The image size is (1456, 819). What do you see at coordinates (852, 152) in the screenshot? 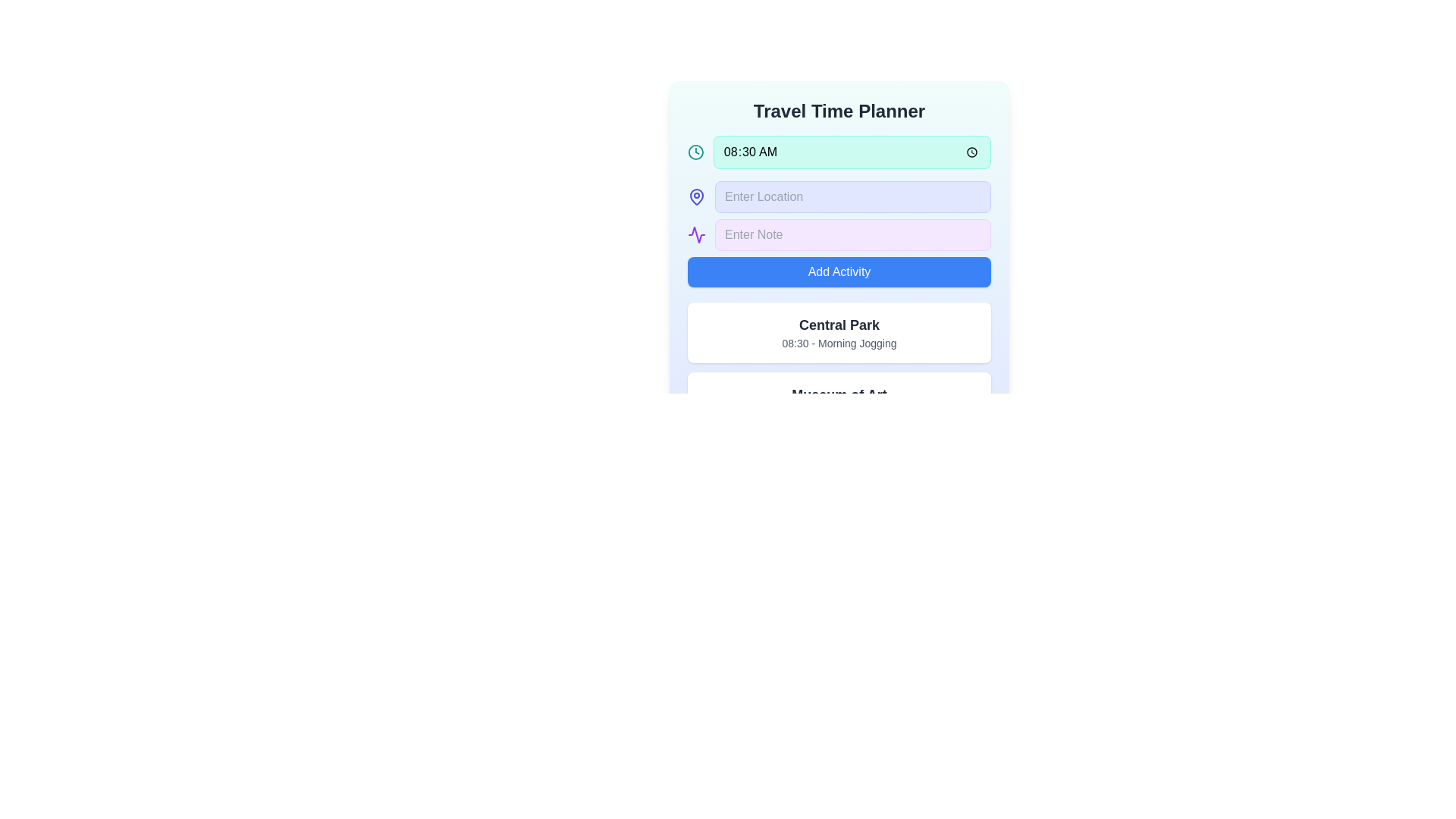
I see `the time` at bounding box center [852, 152].